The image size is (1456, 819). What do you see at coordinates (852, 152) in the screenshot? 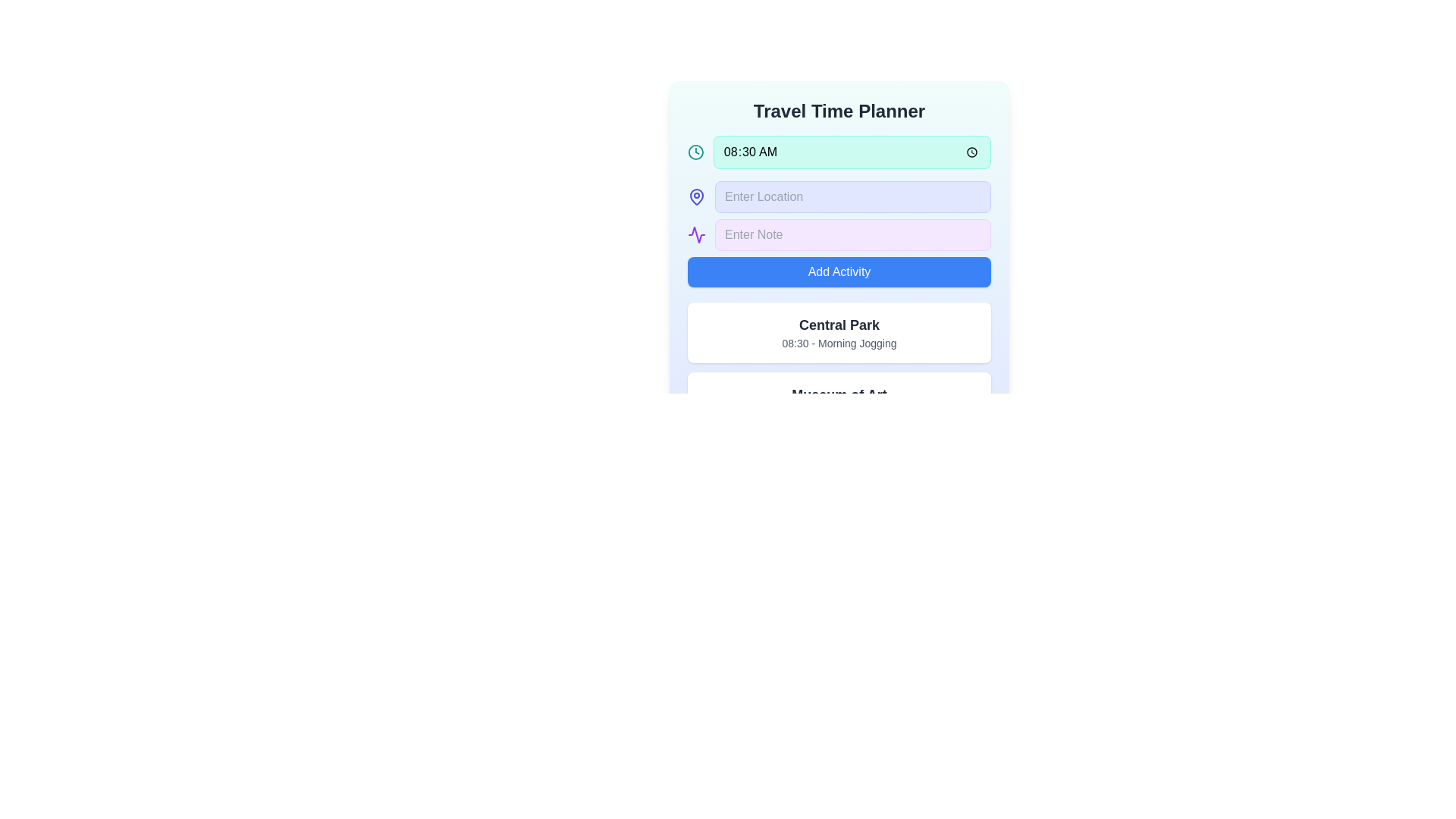
I see `the time` at bounding box center [852, 152].